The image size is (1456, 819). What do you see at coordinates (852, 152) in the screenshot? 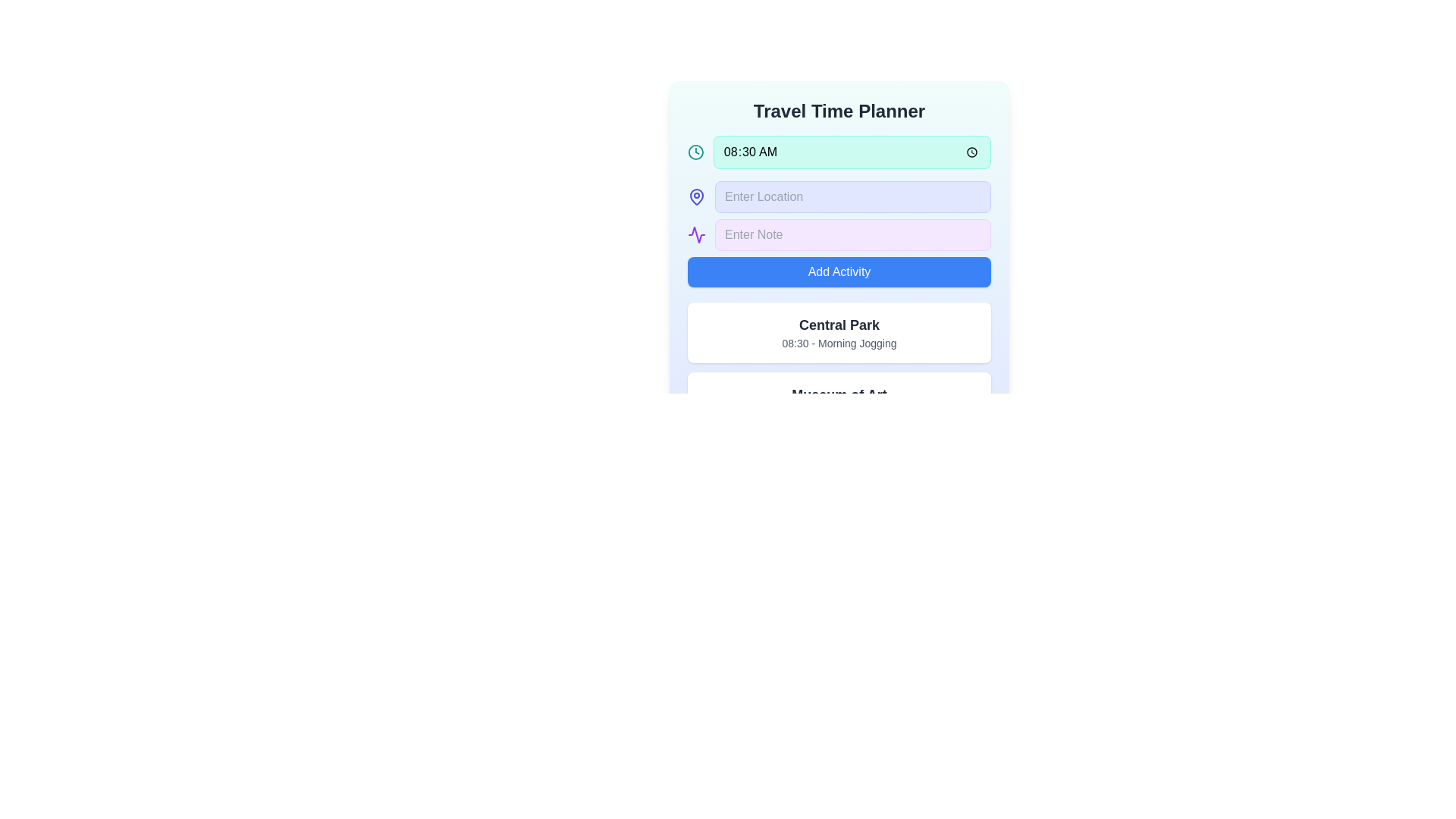
I see `the time` at bounding box center [852, 152].